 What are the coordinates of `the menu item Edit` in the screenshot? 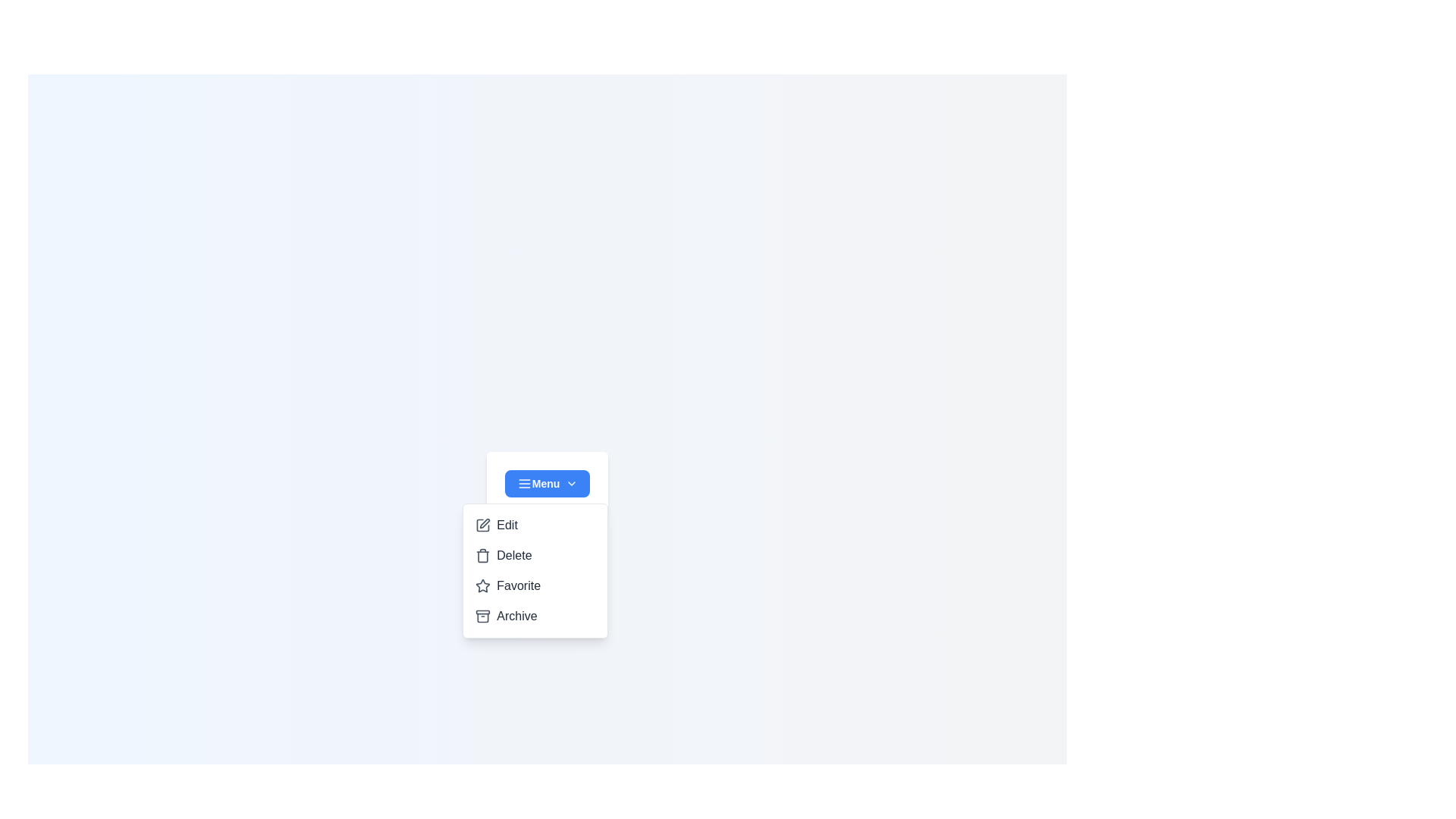 It's located at (535, 525).